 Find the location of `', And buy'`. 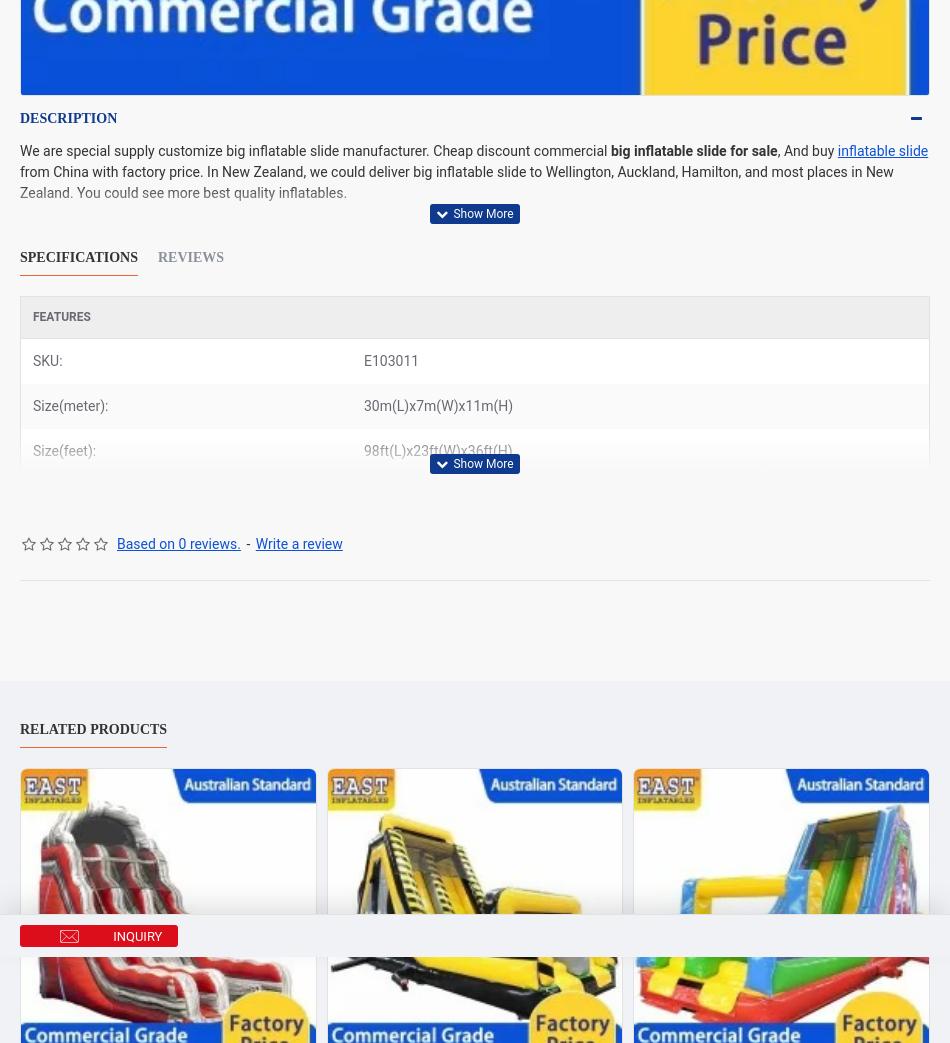

', And buy' is located at coordinates (806, 150).